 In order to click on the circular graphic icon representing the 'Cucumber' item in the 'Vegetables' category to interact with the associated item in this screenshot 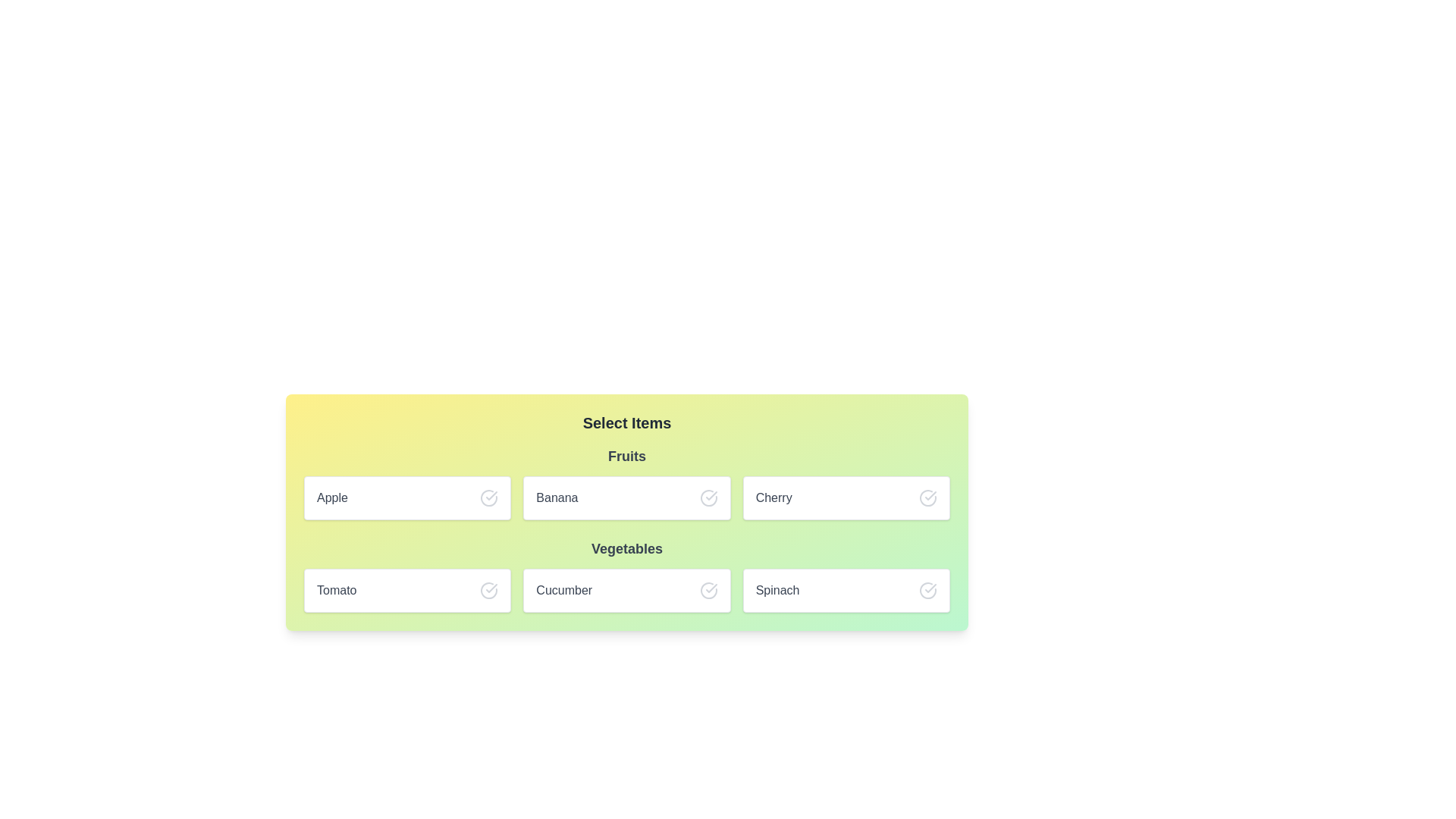, I will do `click(711, 587)`.